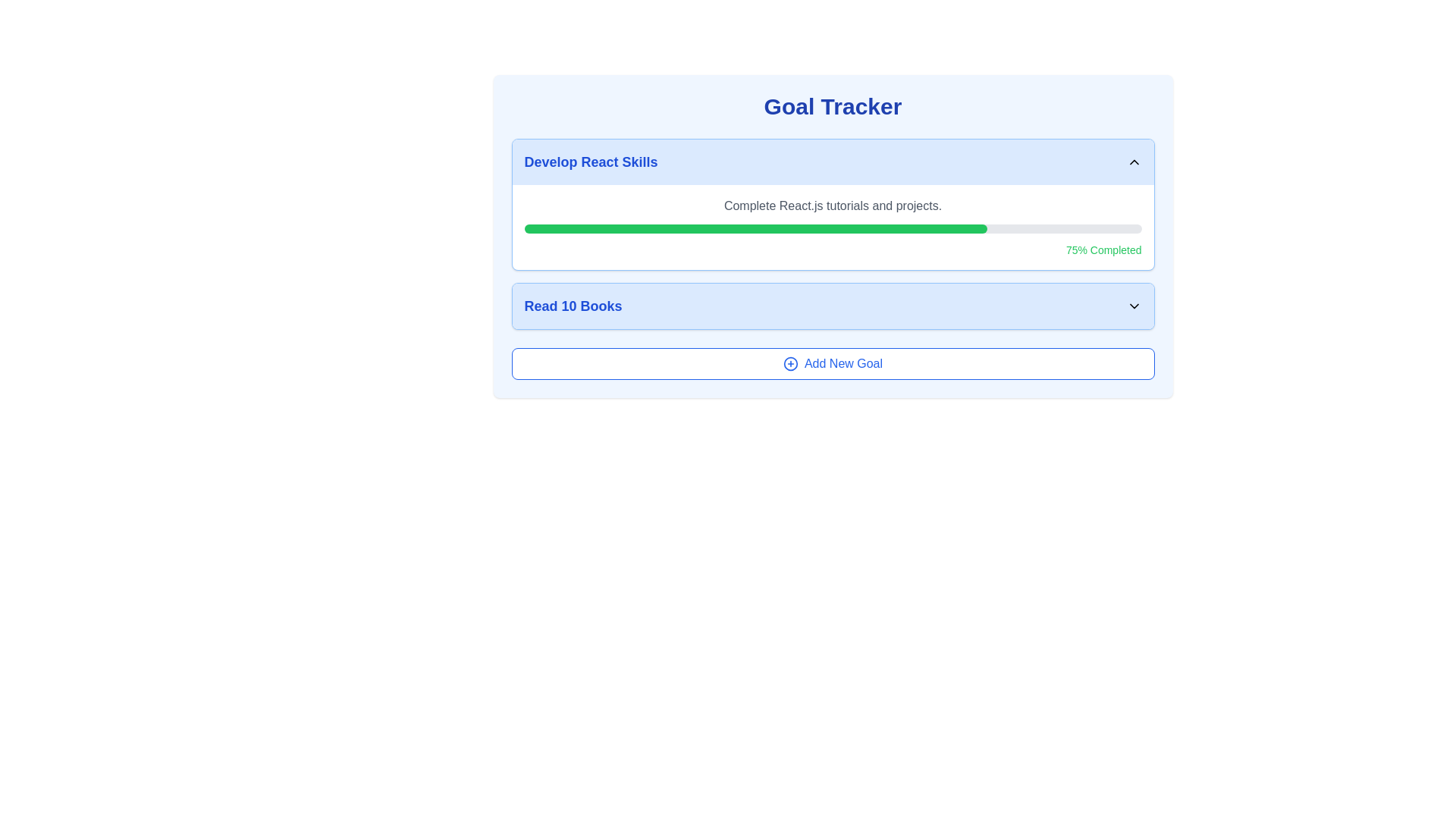 The width and height of the screenshot is (1456, 819). Describe the element at coordinates (1134, 306) in the screenshot. I see `the Chevron Down icon located at the far right-hand side of the 'Read 10 Books' section in the Goal Tracker layout` at that location.